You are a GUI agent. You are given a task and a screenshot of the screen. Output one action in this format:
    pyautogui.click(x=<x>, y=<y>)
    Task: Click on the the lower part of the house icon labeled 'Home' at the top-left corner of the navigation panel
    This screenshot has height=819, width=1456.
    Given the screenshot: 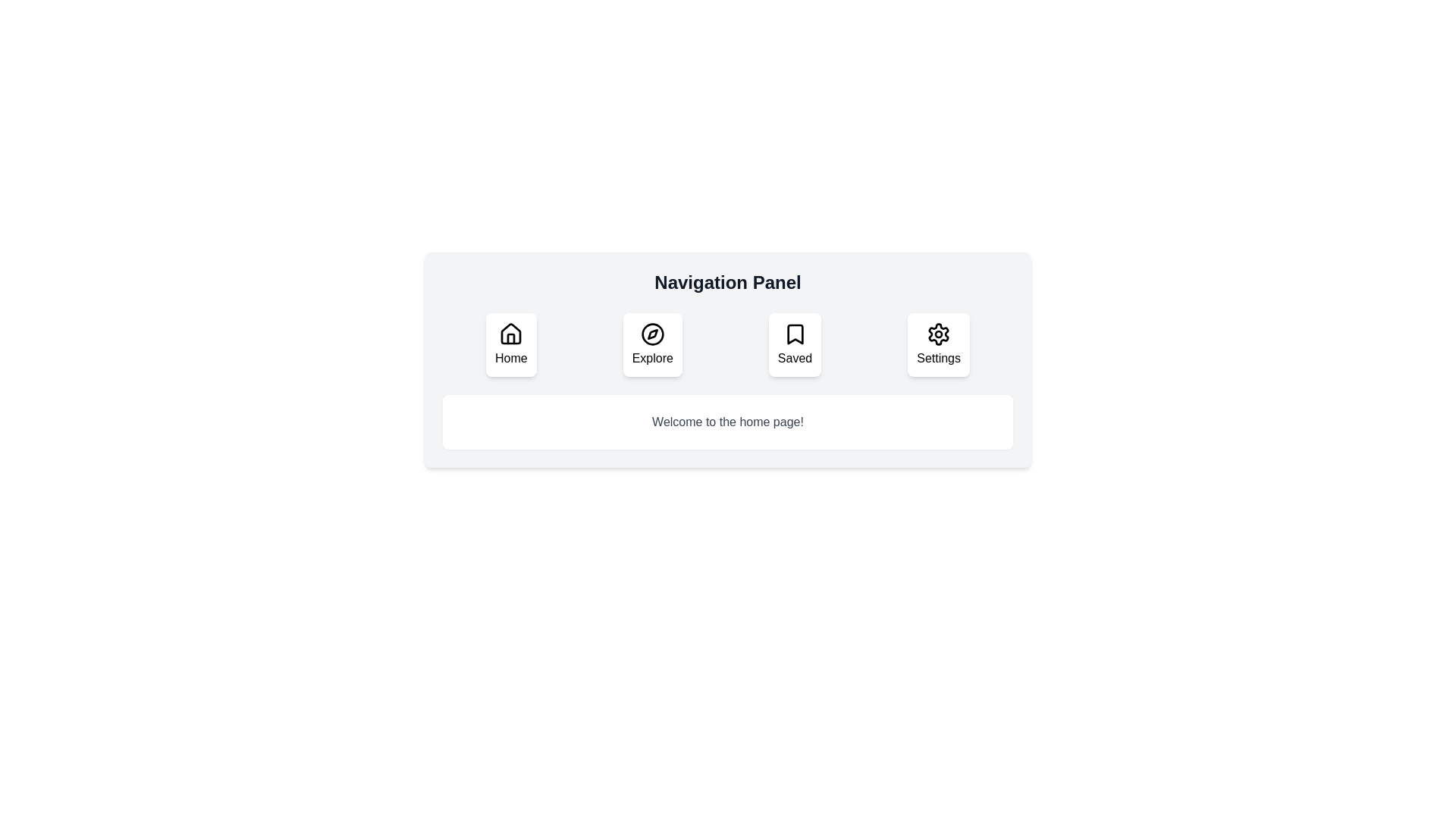 What is the action you would take?
    pyautogui.click(x=511, y=338)
    